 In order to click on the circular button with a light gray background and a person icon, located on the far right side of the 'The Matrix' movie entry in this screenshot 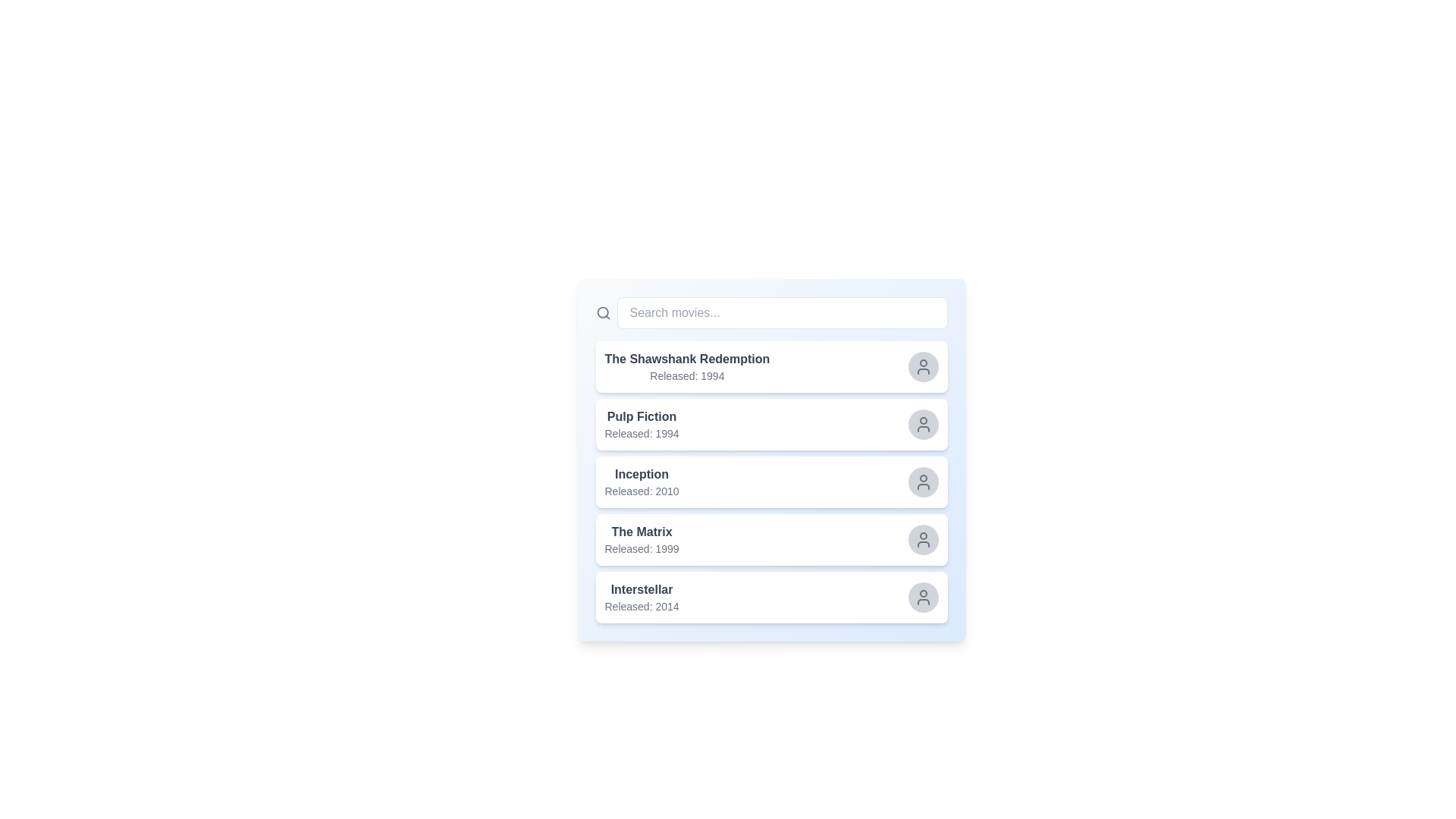, I will do `click(922, 539)`.